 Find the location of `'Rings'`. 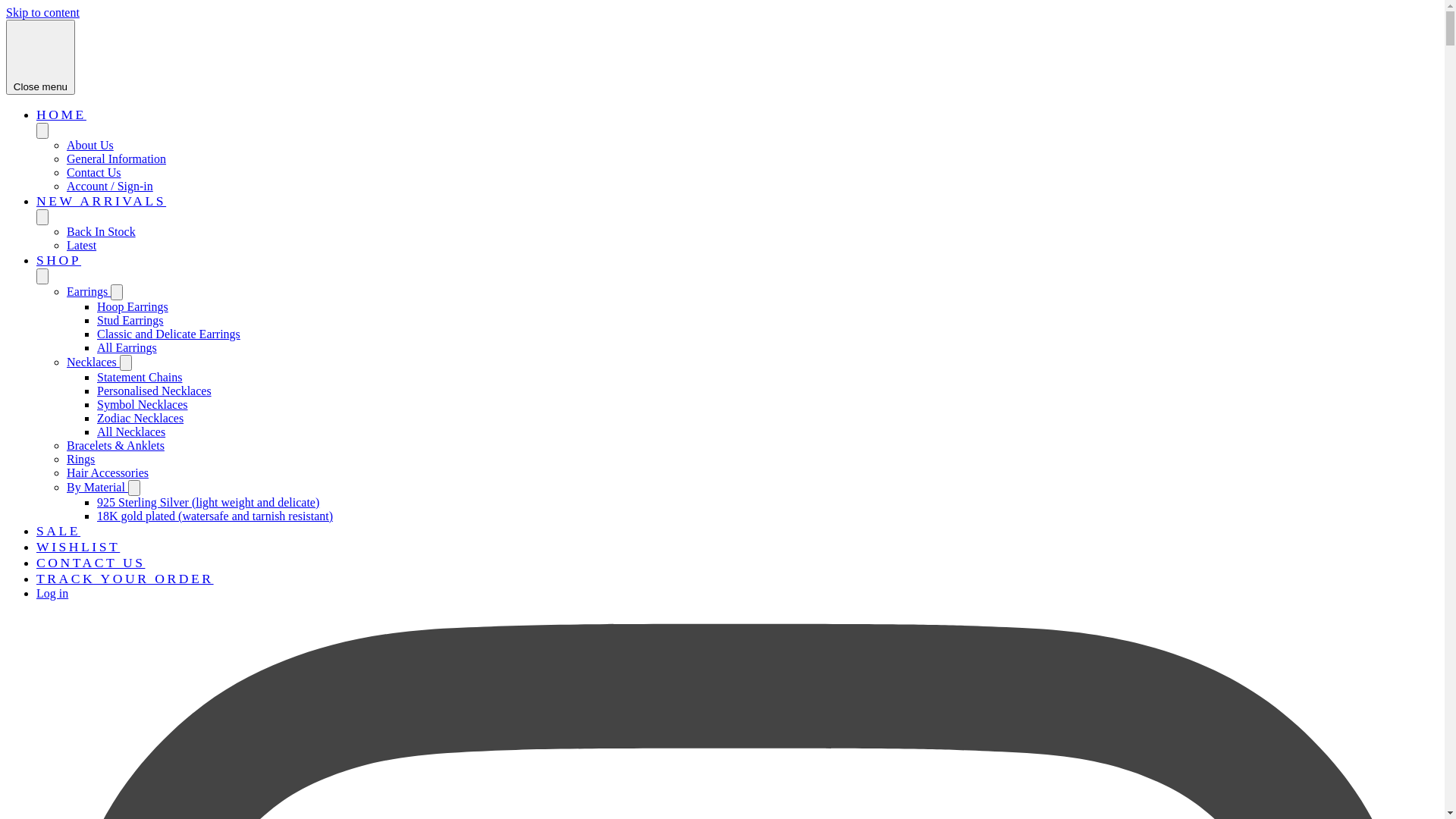

'Rings' is located at coordinates (80, 458).